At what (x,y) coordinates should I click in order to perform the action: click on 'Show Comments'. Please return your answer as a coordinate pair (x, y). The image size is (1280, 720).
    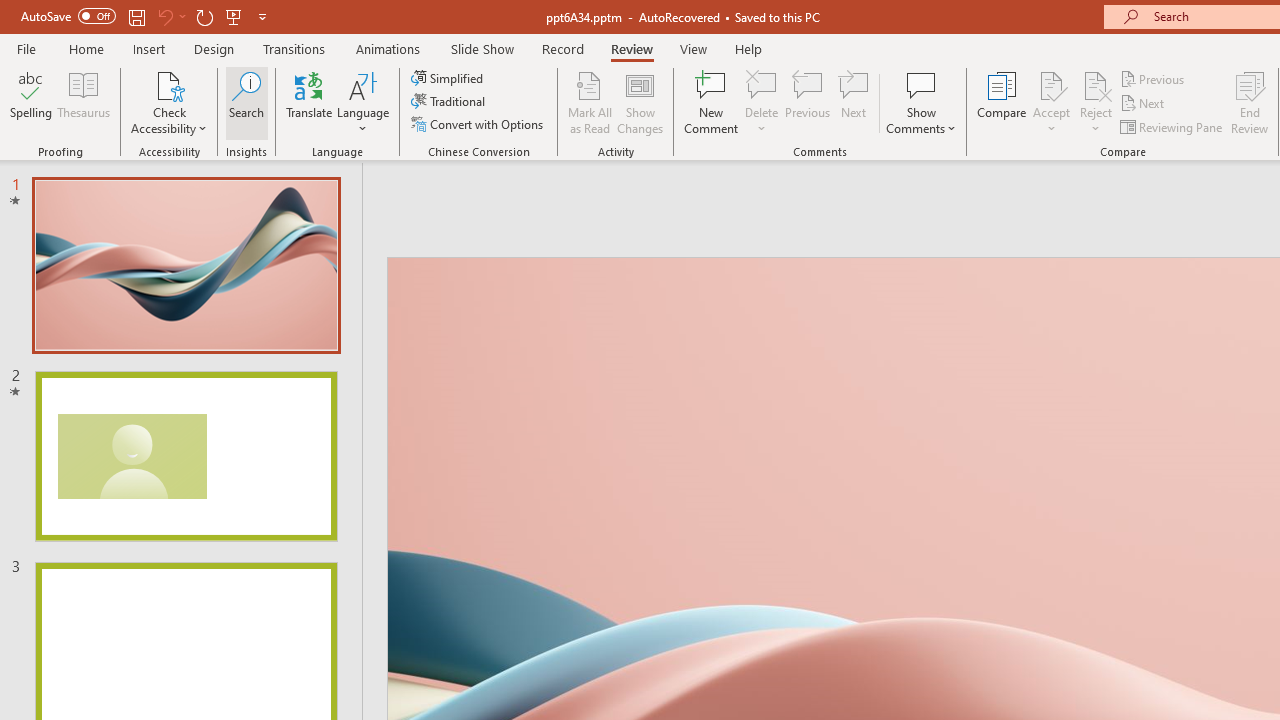
    Looking at the image, I should click on (920, 84).